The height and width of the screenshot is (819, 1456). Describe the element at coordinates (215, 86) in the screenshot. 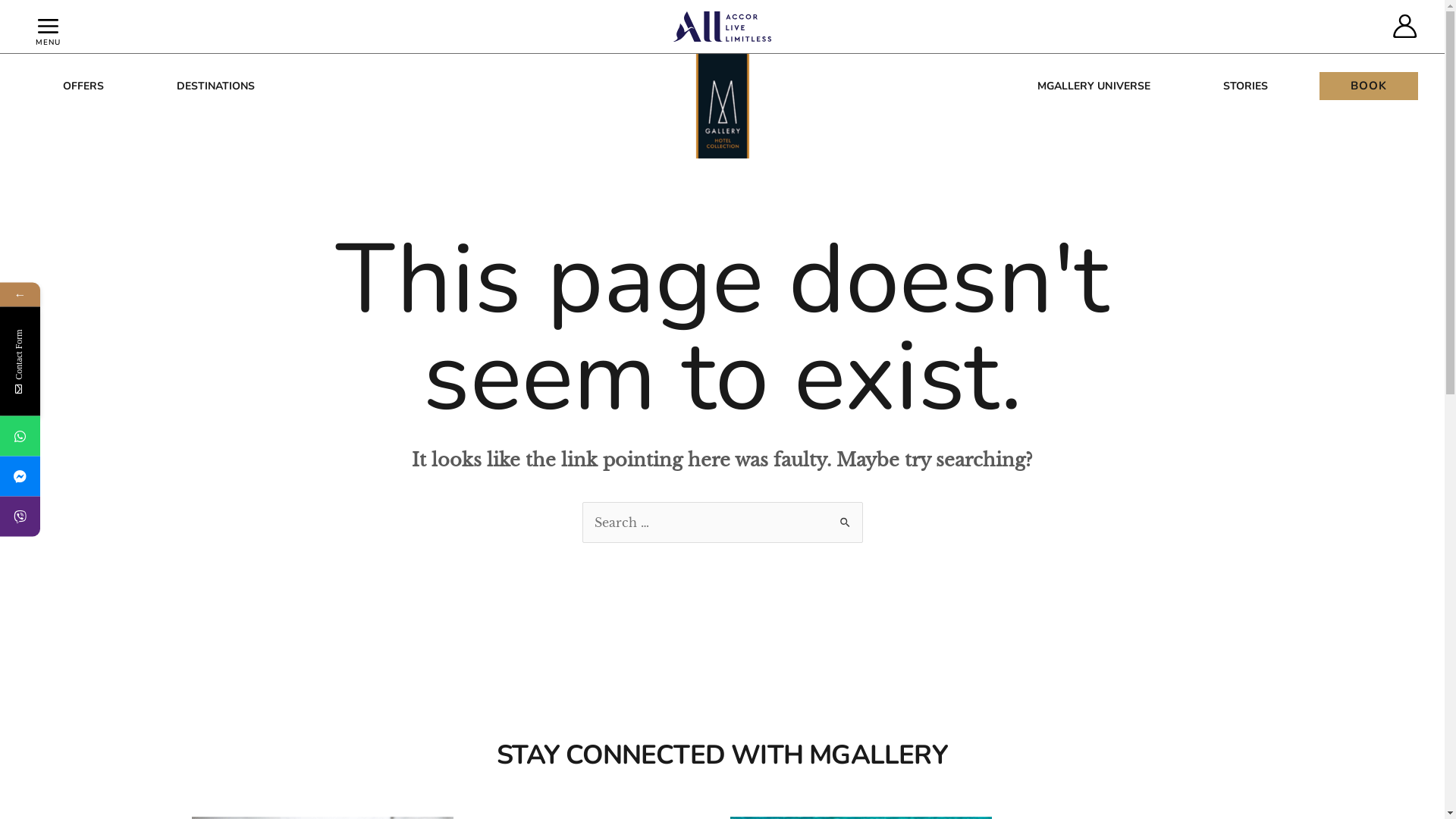

I see `'DESTINATIONS'` at that location.